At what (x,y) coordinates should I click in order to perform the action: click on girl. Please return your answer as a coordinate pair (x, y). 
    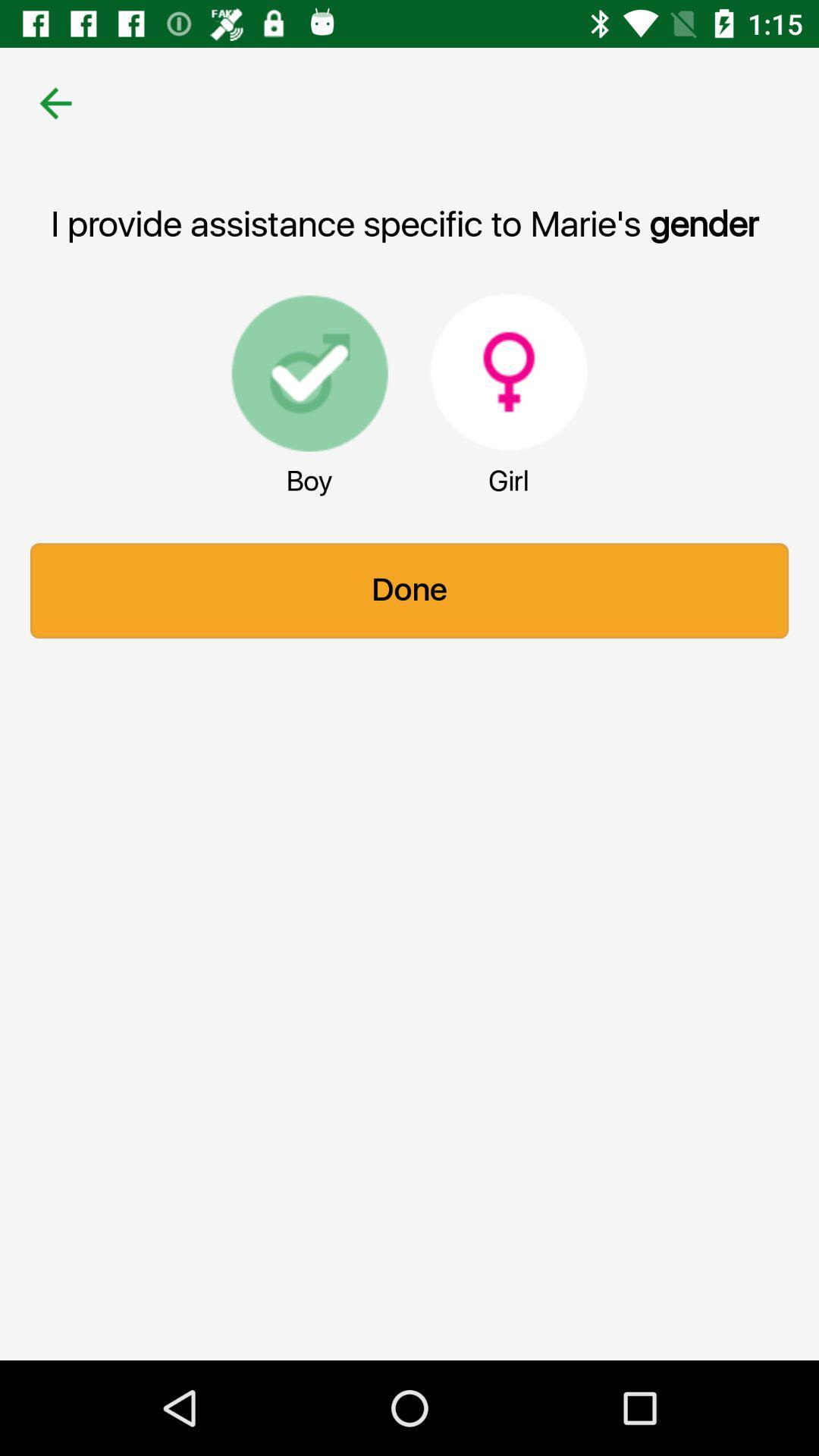
    Looking at the image, I should click on (509, 372).